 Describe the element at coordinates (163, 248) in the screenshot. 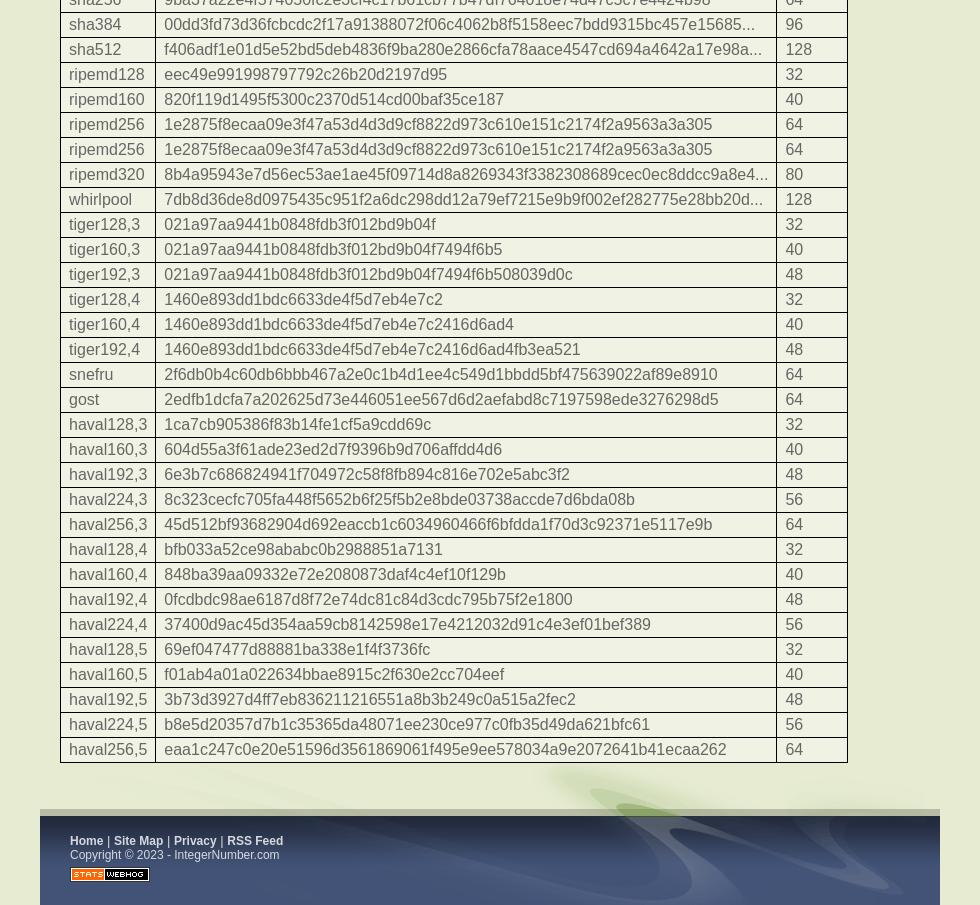

I see `'021a97aa9441b0848fdb3f012bd9b04f7494f6b5'` at that location.